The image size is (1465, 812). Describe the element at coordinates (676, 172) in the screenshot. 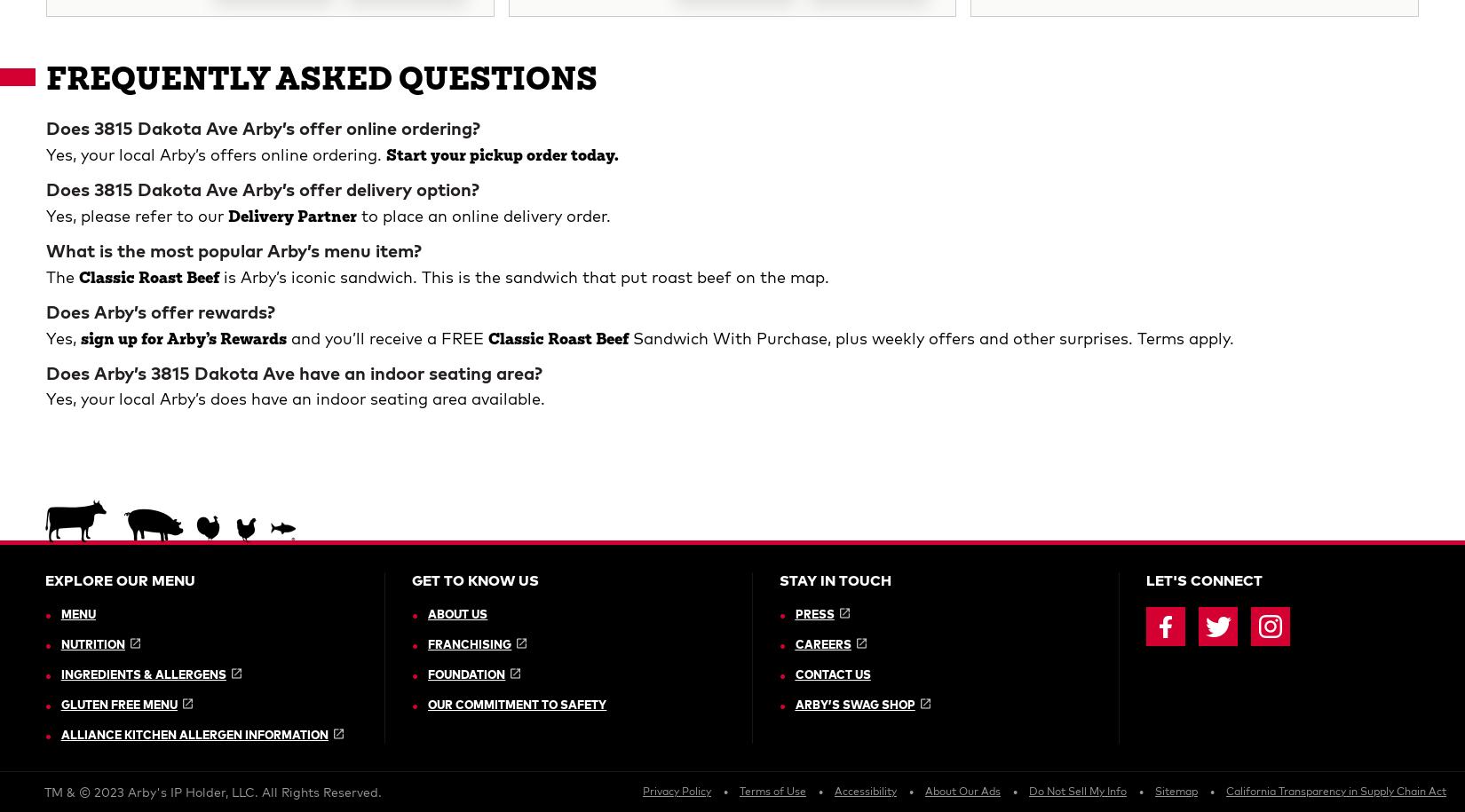

I see `'Privacy Policy'` at that location.